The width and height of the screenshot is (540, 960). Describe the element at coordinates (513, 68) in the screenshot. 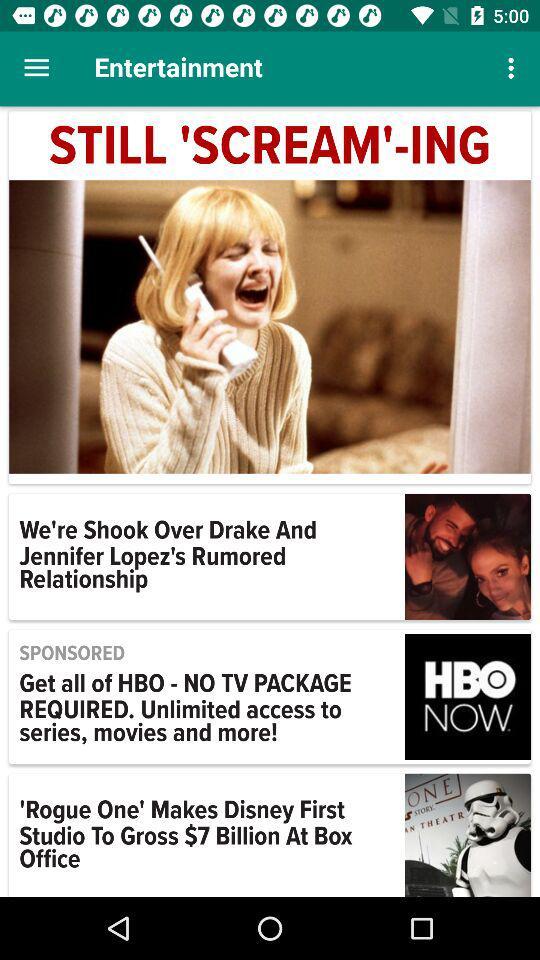

I see `the item at the top right corner` at that location.